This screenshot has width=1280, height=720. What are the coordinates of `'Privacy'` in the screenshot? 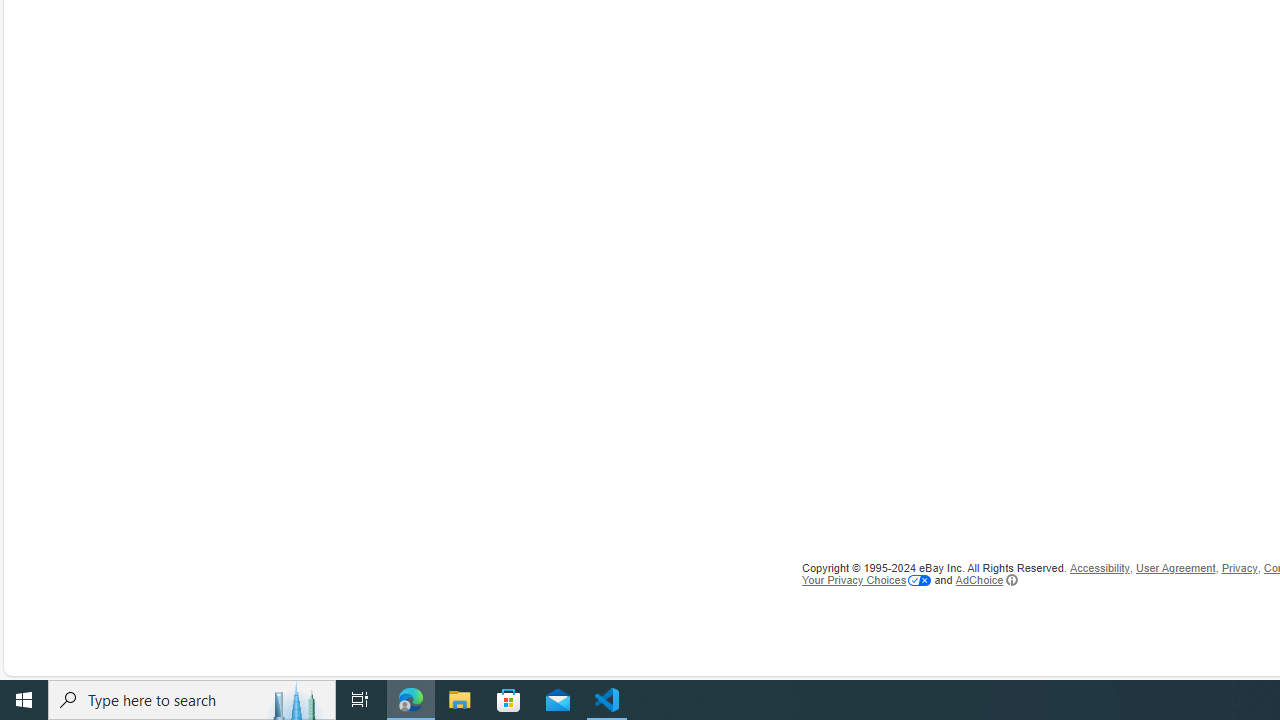 It's located at (1238, 568).